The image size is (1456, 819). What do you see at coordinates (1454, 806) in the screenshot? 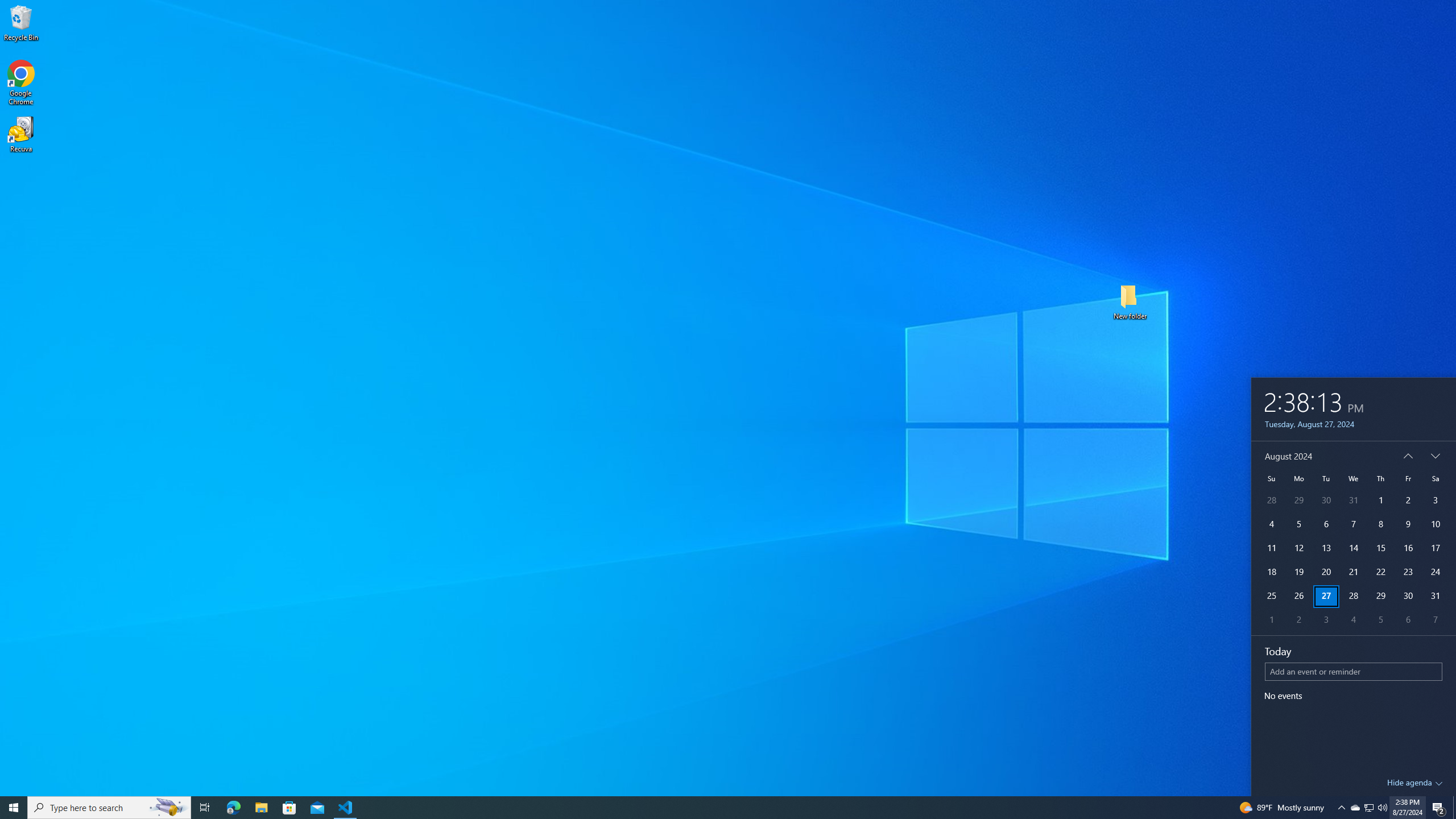
I see `'Show desktop'` at bounding box center [1454, 806].